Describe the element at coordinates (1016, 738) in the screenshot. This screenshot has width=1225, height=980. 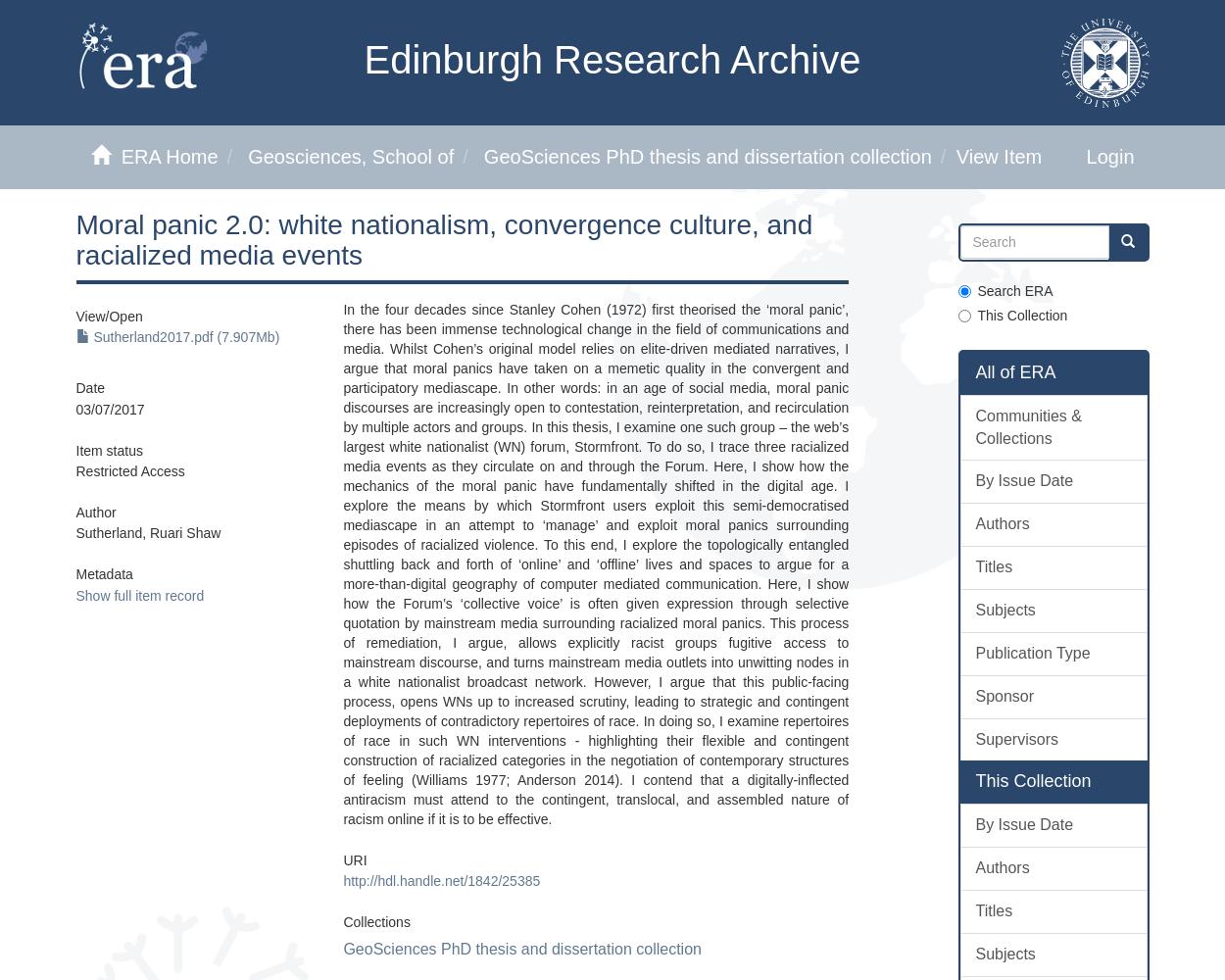
I see `'Supervisors'` at that location.